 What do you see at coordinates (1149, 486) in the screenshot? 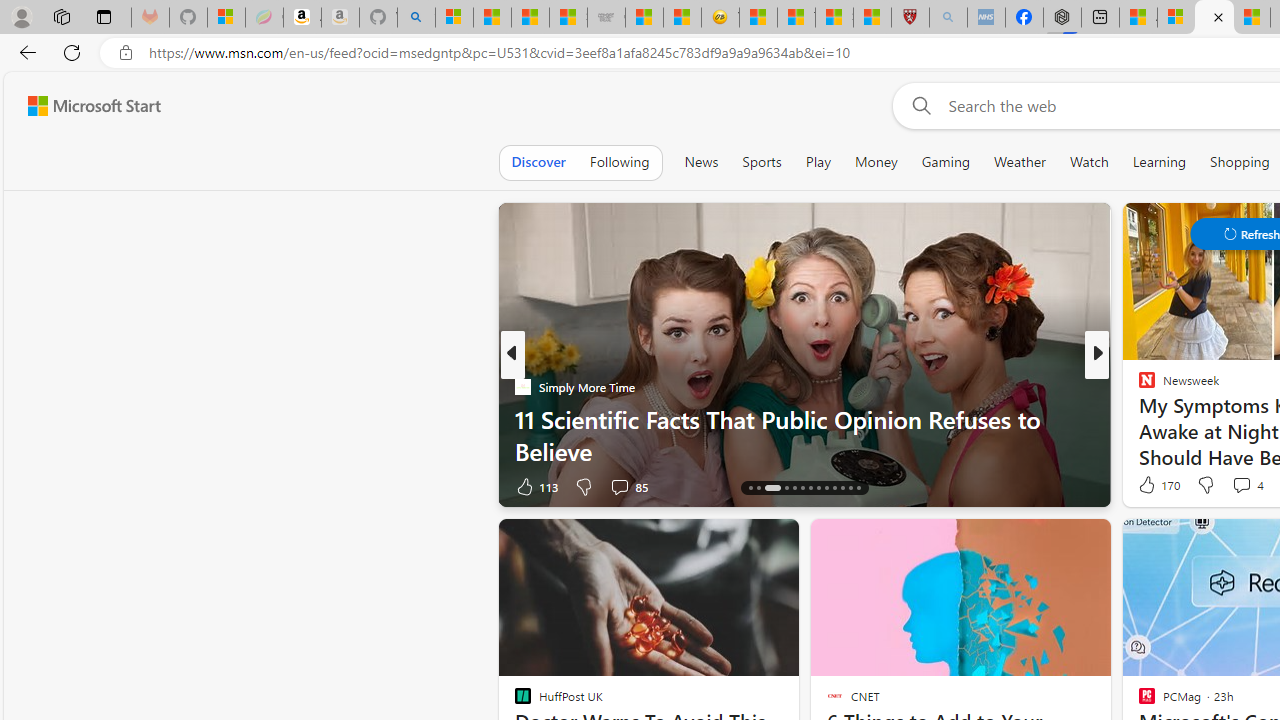
I see `'76 Like'` at bounding box center [1149, 486].